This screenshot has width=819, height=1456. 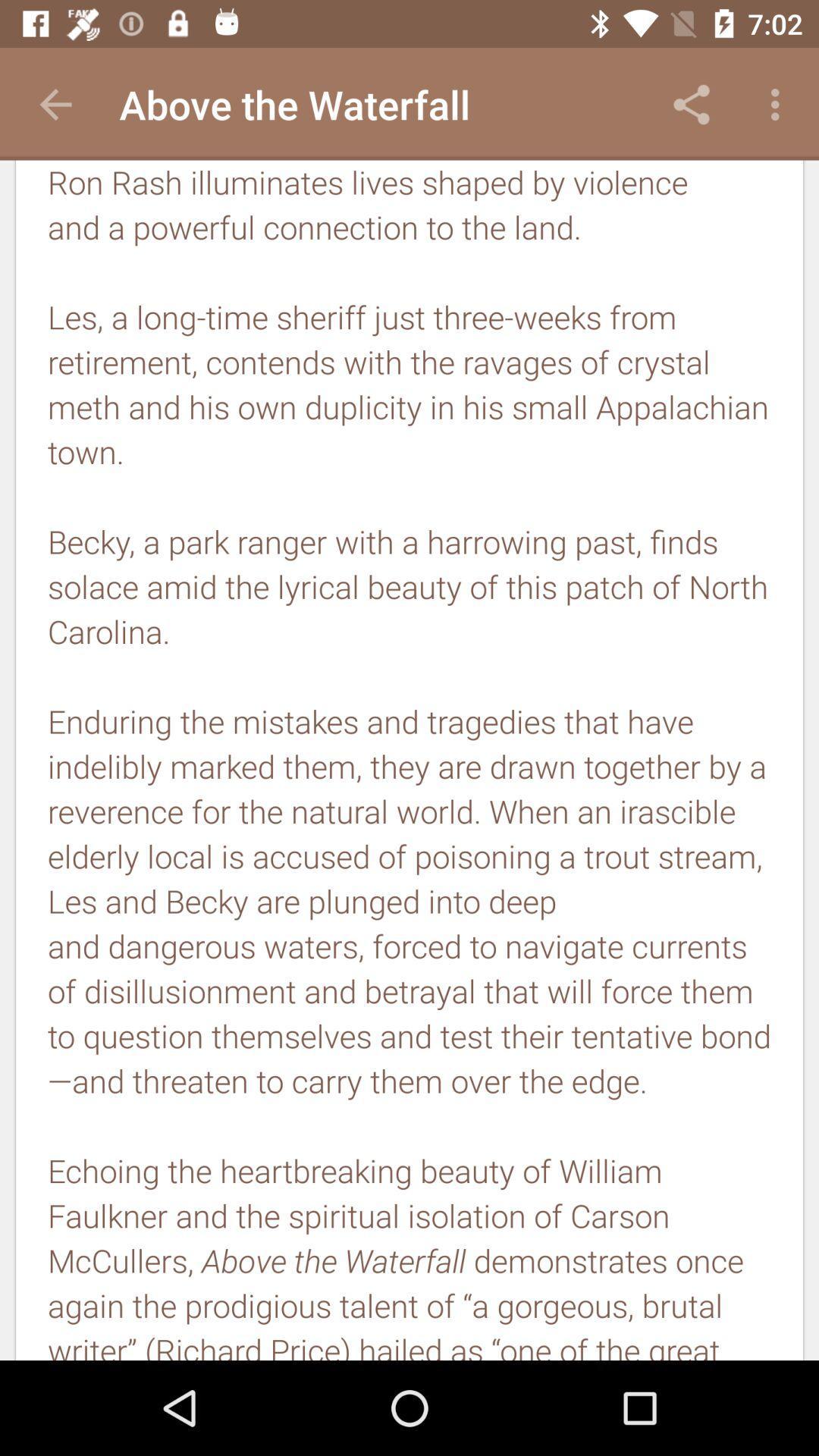 I want to click on app to the right of above the waterfall, so click(x=691, y=104).